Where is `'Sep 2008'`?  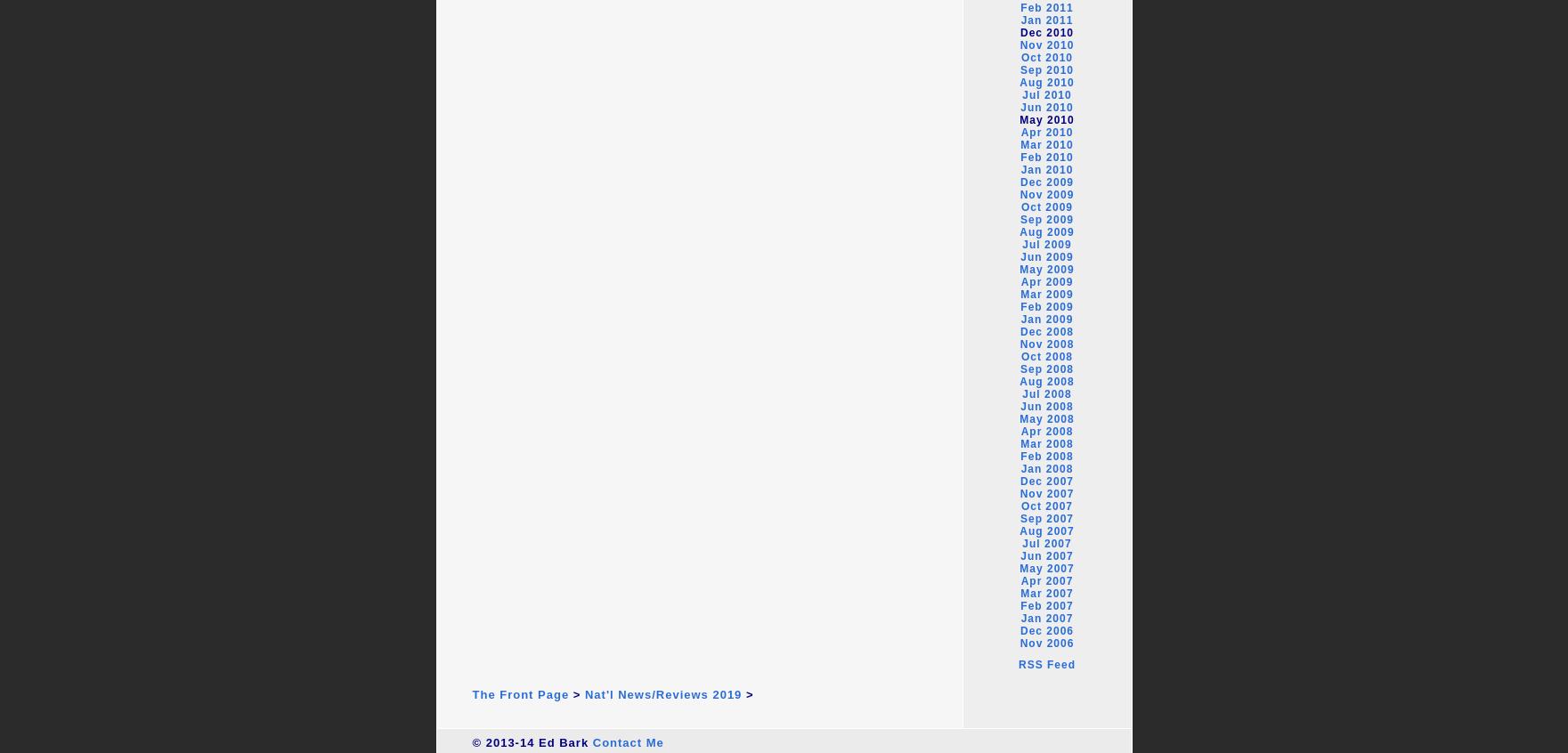 'Sep 2008' is located at coordinates (1046, 368).